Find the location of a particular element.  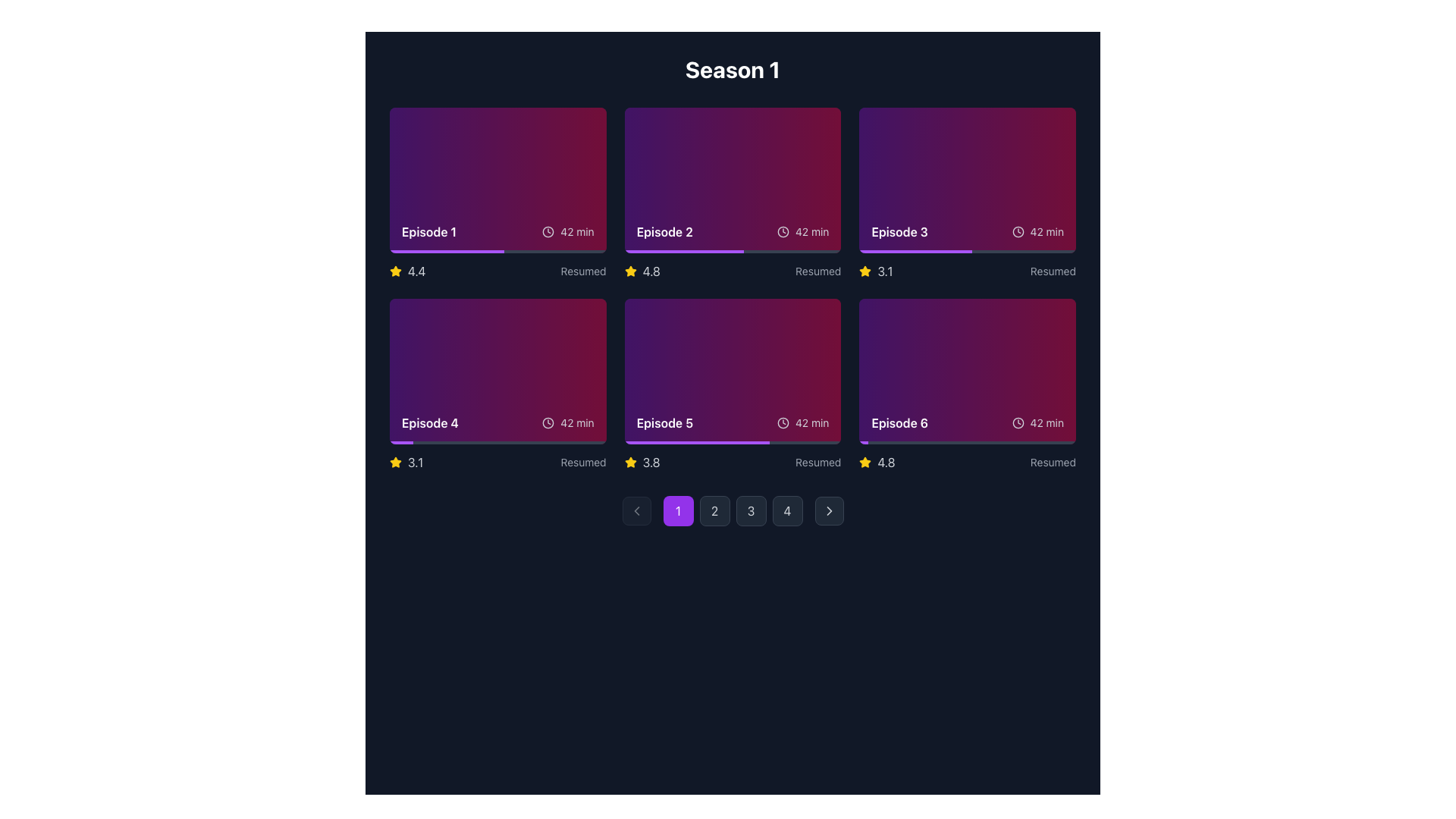

the page selection button labeled '3' is located at coordinates (733, 511).